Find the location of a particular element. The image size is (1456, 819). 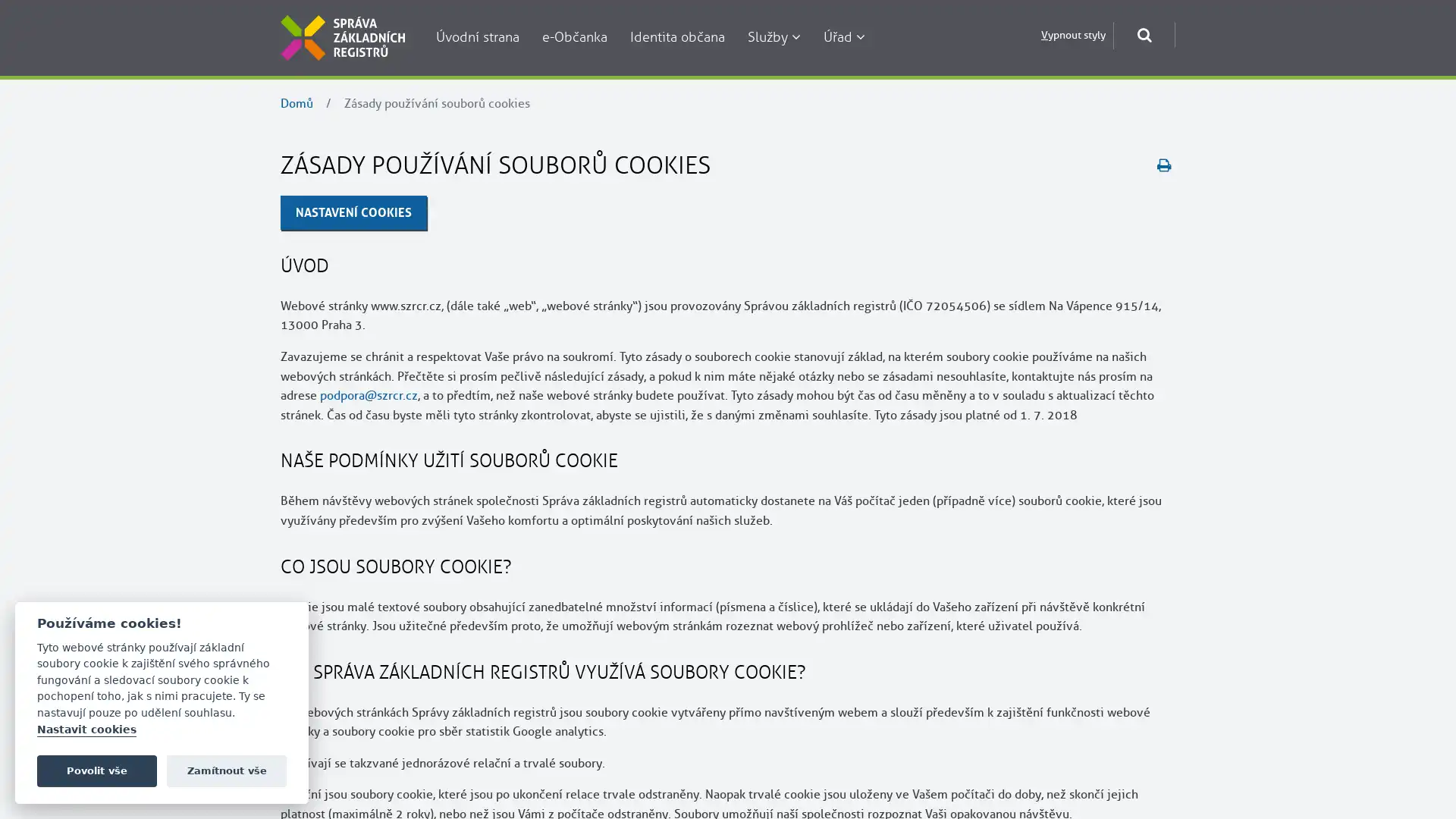

Zamitnout vse is located at coordinates (225, 770).